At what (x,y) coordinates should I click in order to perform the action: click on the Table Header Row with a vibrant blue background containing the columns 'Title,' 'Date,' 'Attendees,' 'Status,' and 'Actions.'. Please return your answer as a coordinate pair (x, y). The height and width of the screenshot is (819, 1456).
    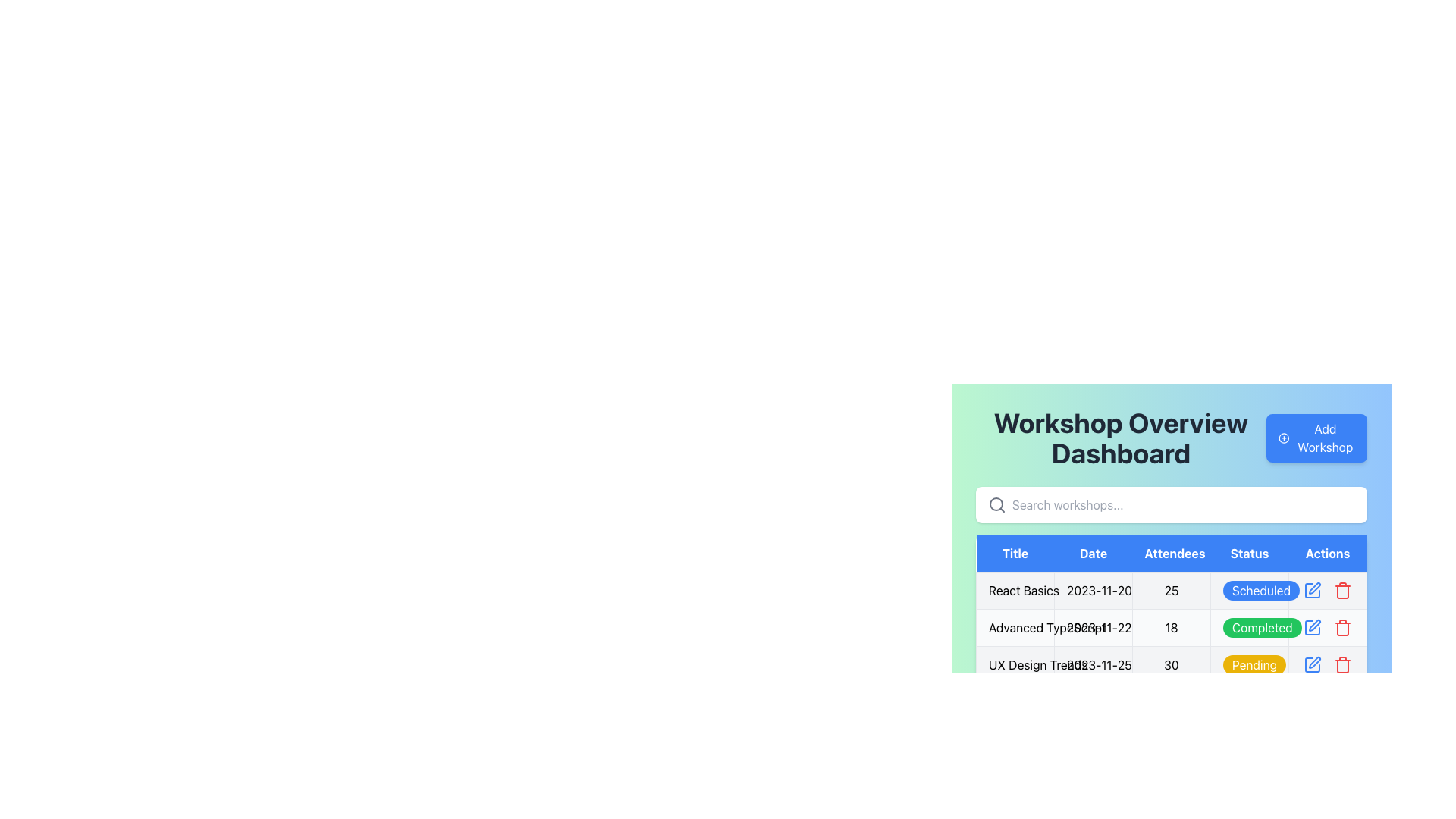
    Looking at the image, I should click on (1171, 553).